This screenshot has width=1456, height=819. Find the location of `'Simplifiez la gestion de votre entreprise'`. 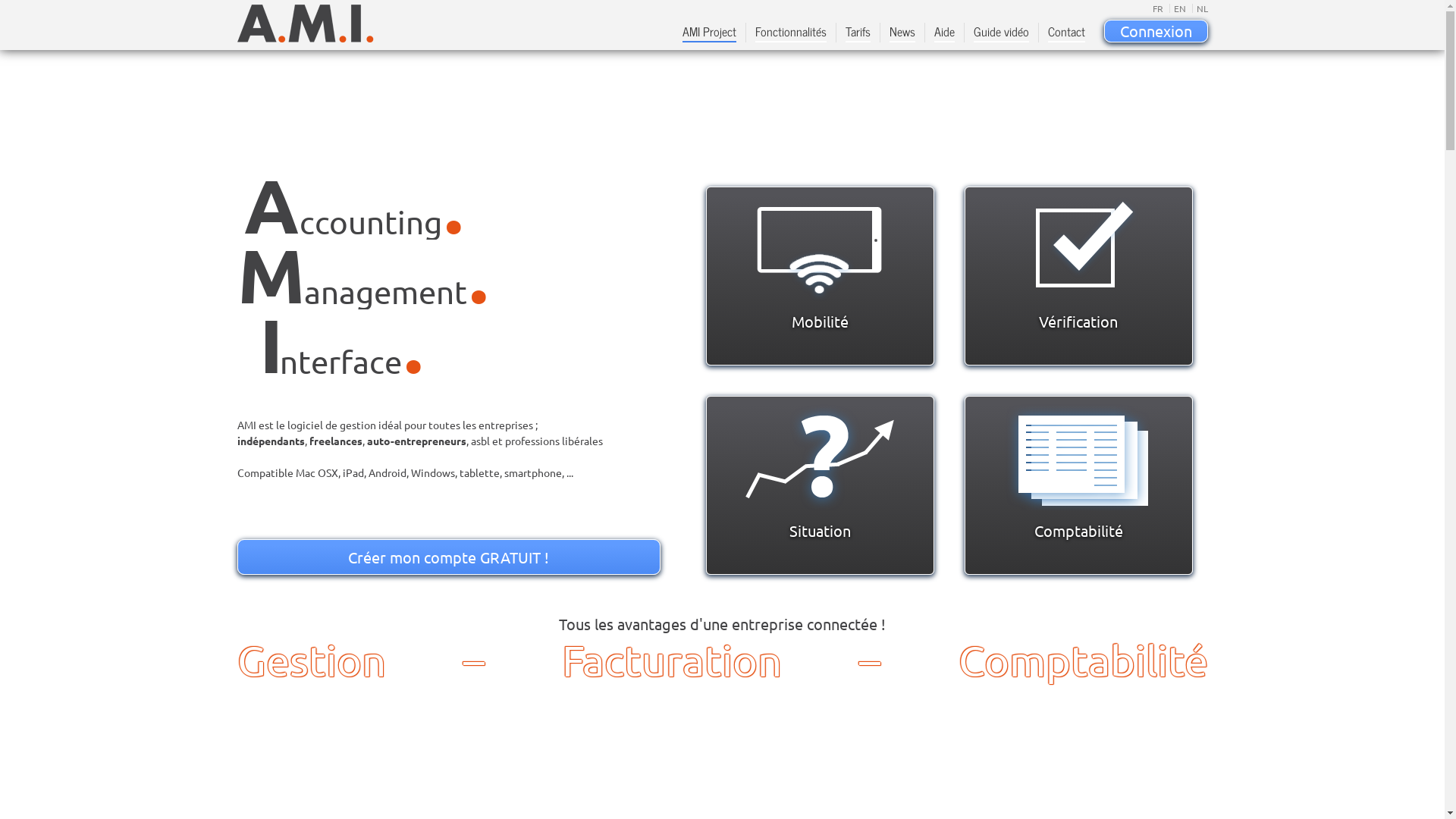

'Simplifiez la gestion de votre entreprise' is located at coordinates (1077, 247).